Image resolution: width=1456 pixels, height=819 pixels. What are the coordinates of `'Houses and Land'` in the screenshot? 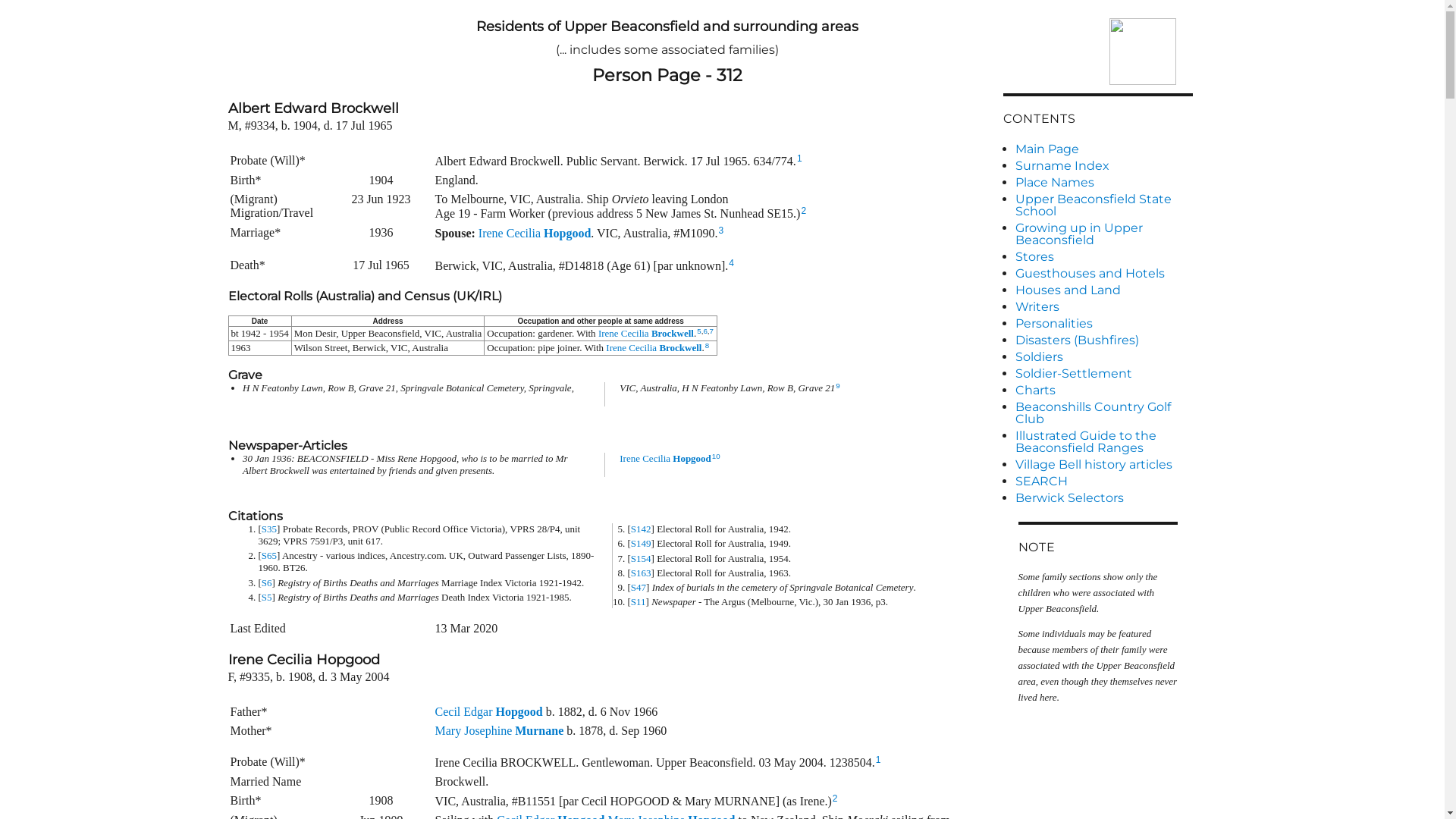 It's located at (1103, 290).